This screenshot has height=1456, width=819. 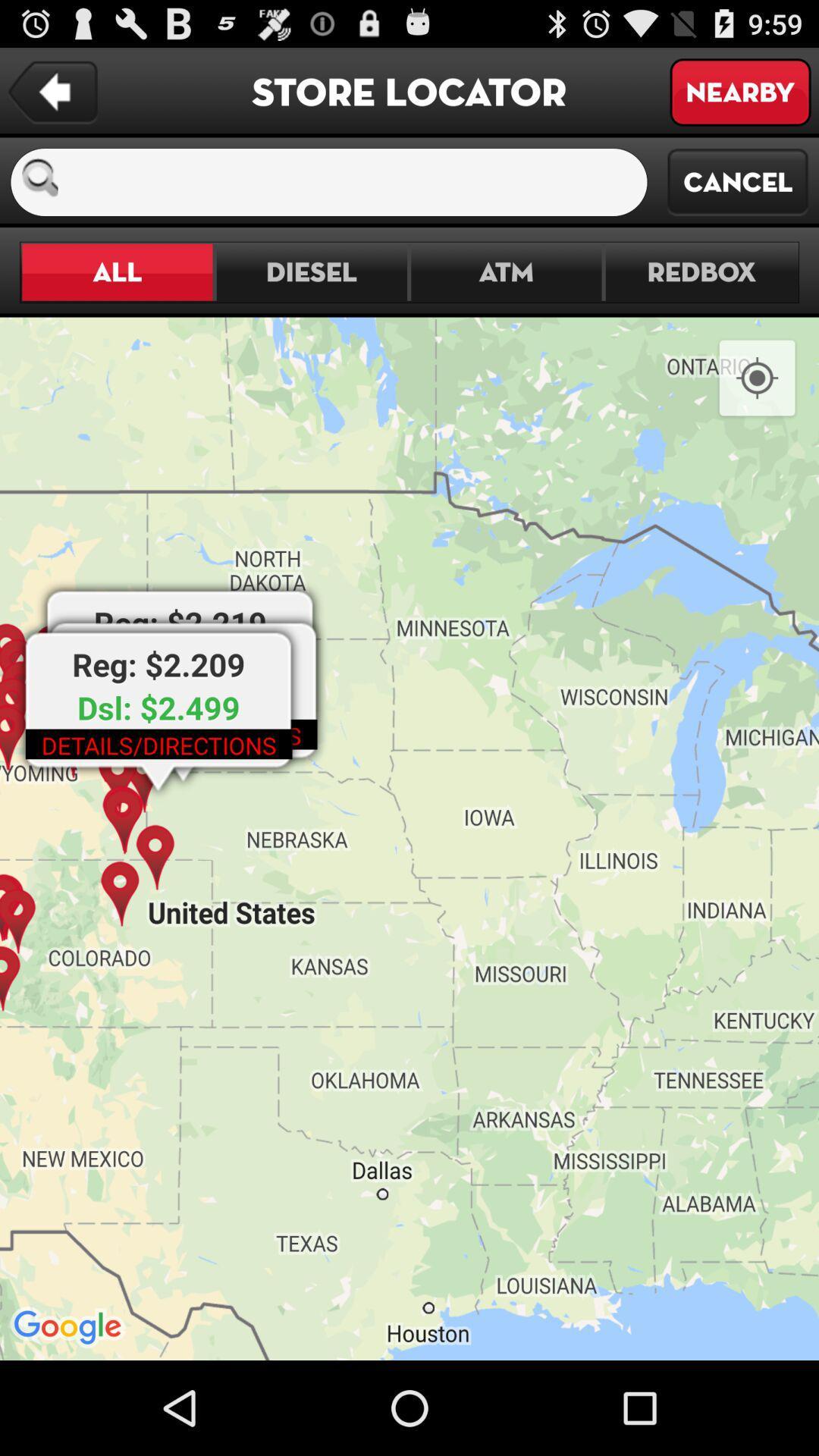 What do you see at coordinates (506, 272) in the screenshot?
I see `the atm` at bounding box center [506, 272].